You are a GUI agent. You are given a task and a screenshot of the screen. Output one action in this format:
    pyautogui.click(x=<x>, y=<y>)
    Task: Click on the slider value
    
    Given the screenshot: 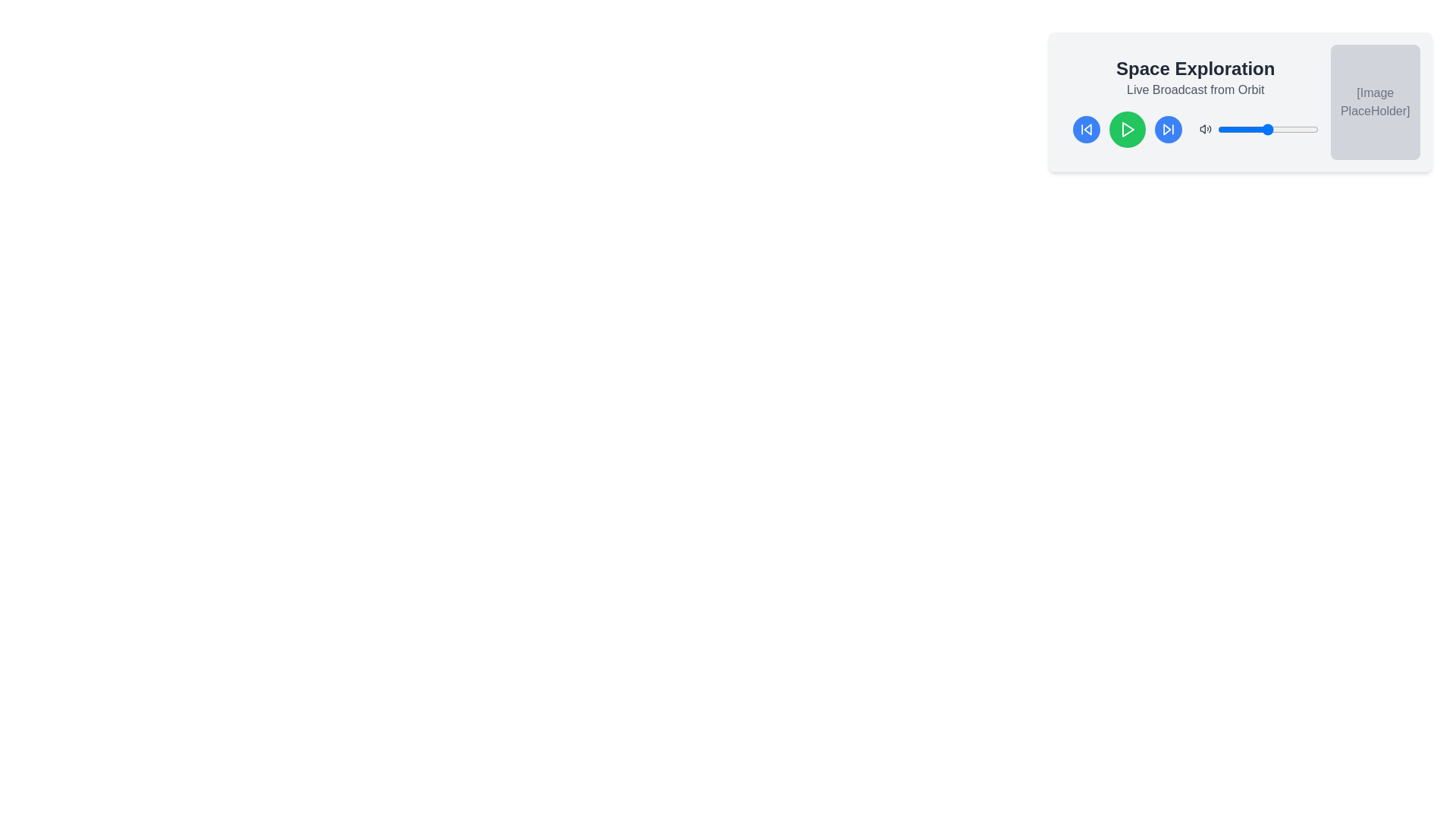 What is the action you would take?
    pyautogui.click(x=1301, y=128)
    